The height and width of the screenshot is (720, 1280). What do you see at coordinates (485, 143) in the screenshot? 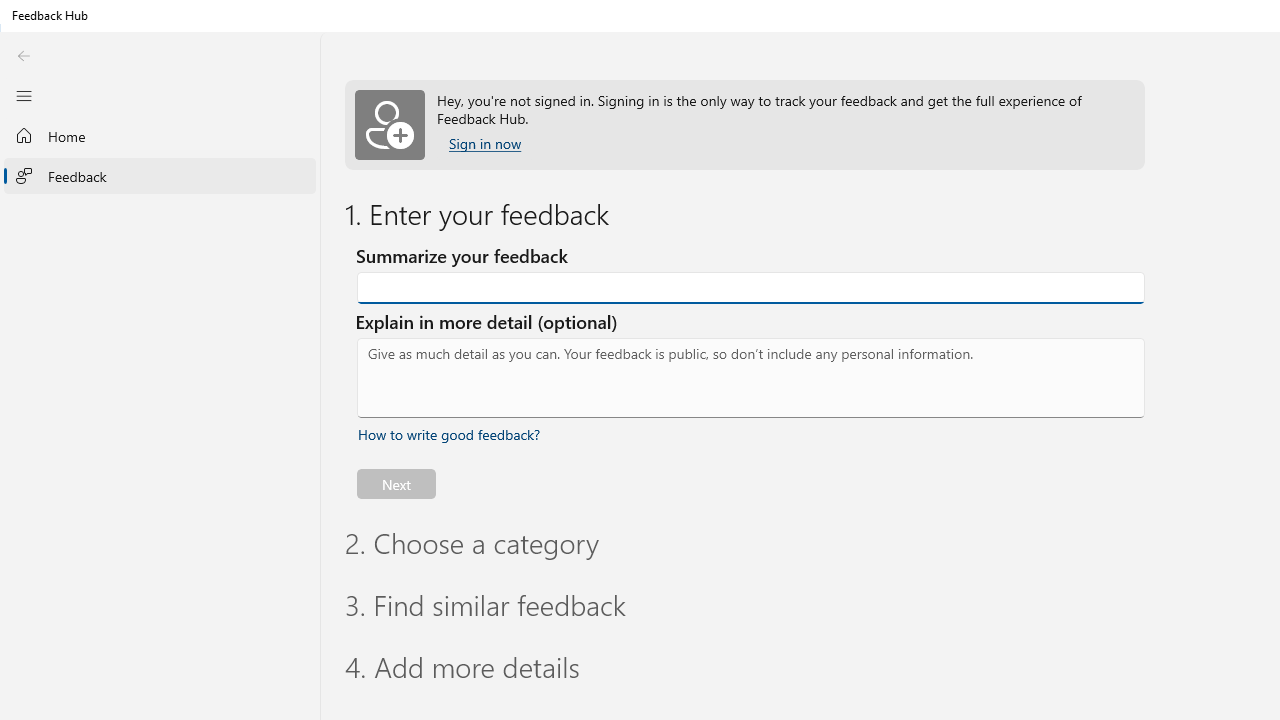
I see `'Sign in now'` at bounding box center [485, 143].